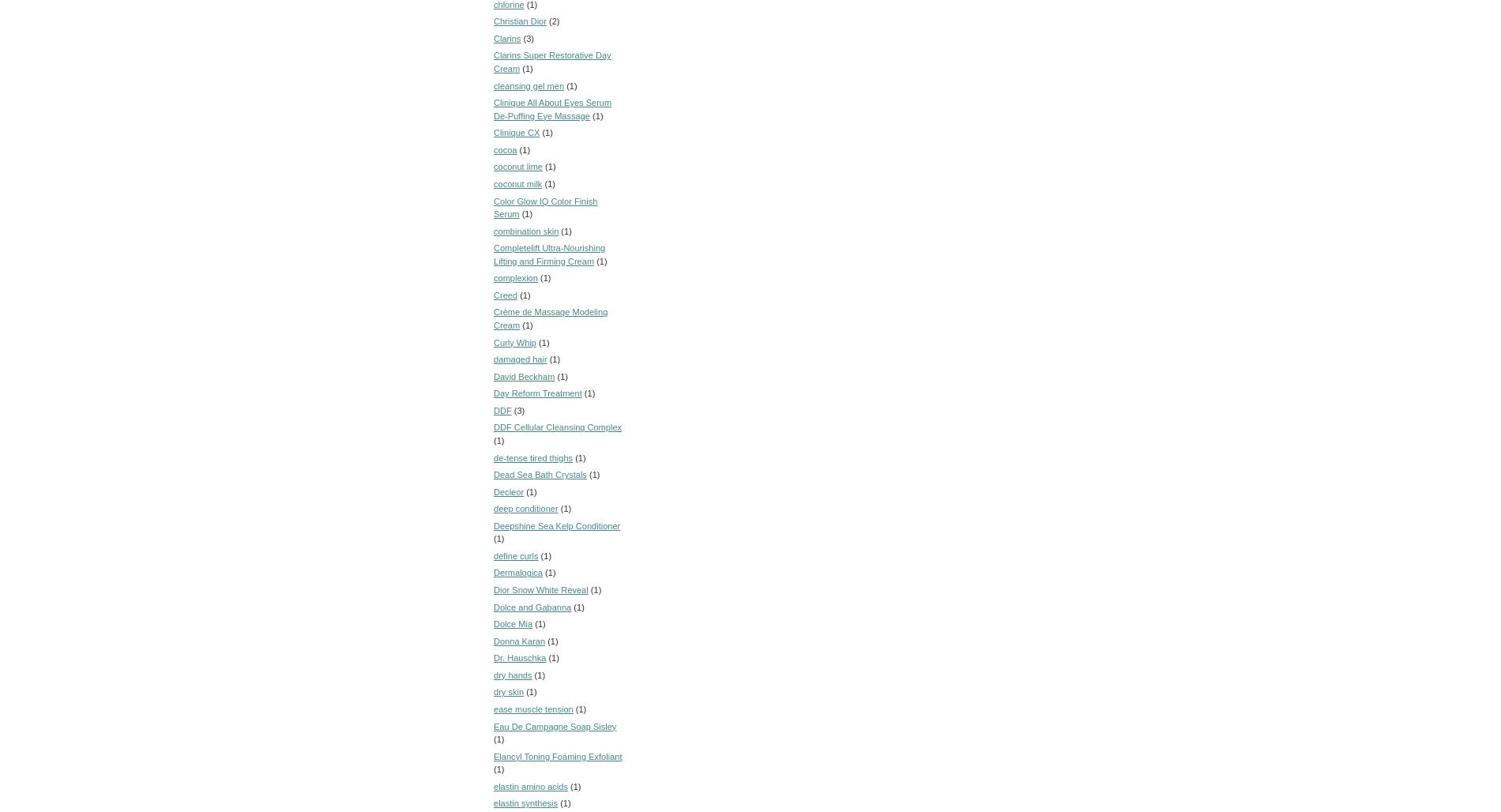 This screenshot has height=812, width=1501. What do you see at coordinates (533, 708) in the screenshot?
I see `'ease muscle tension'` at bounding box center [533, 708].